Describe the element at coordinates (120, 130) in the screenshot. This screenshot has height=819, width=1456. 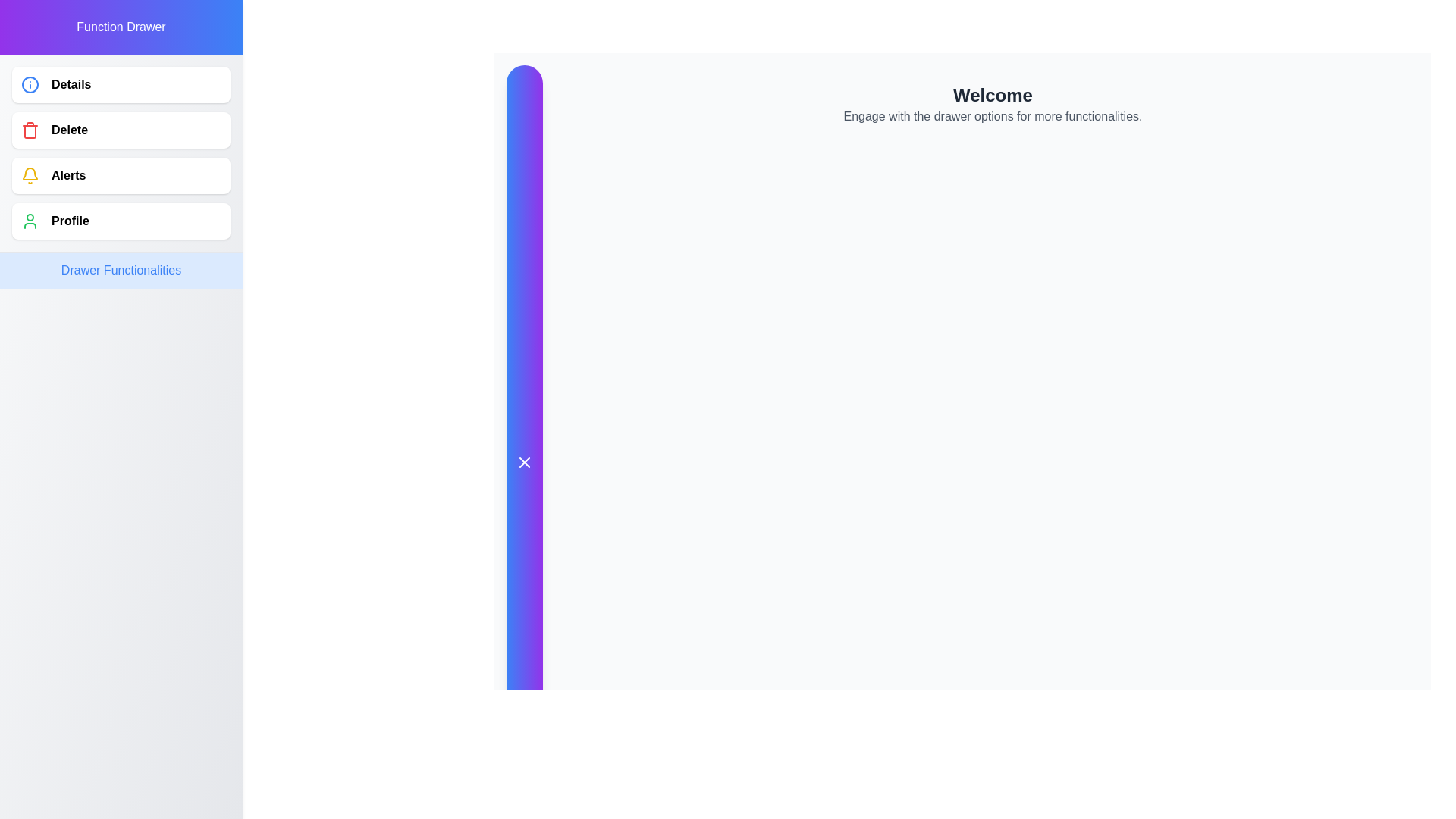
I see `the delete button located between the 'Details' and 'Alerts' buttons in the vertical menu at the top-left corner of the layout` at that location.